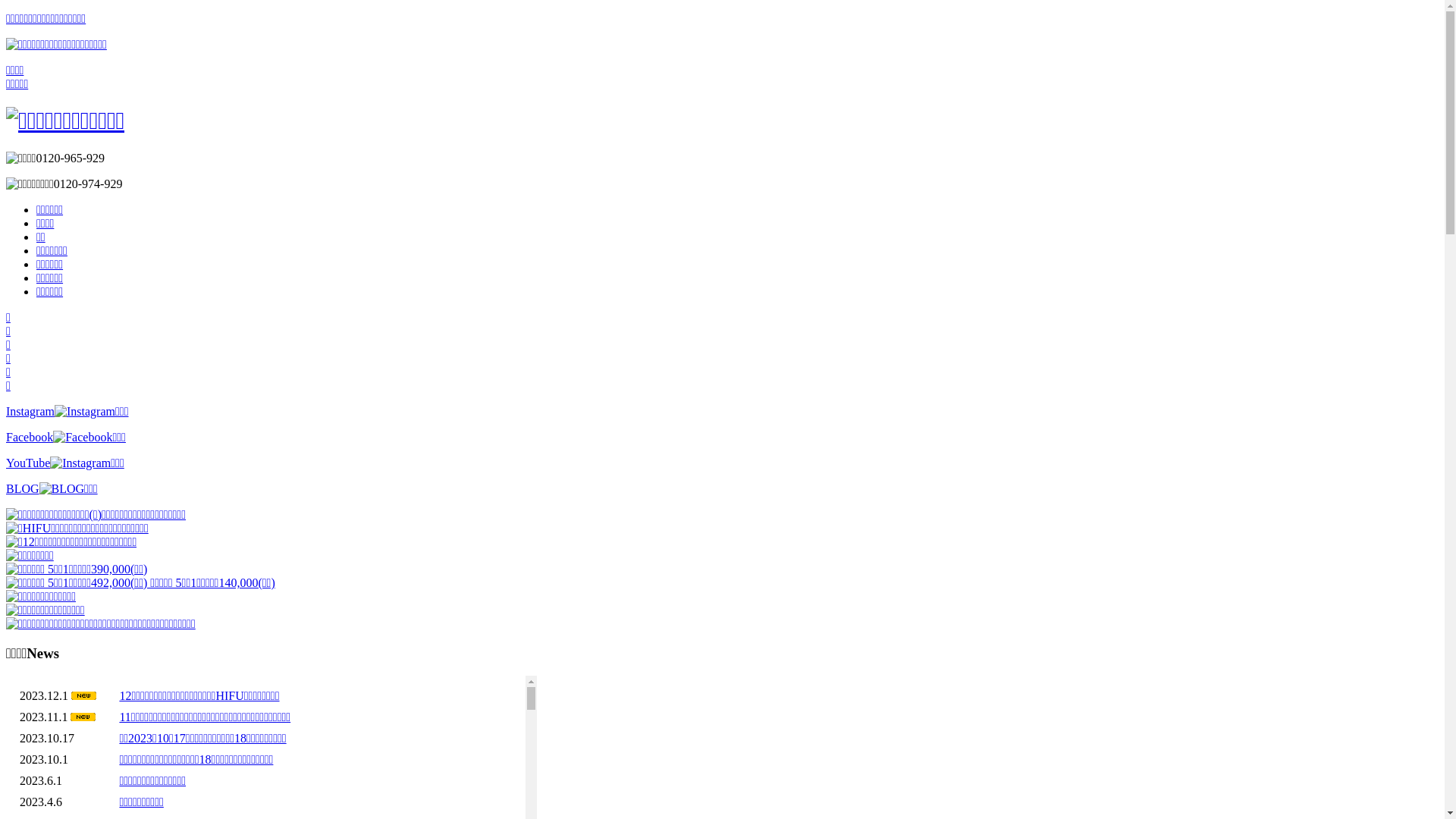 Image resolution: width=1456 pixels, height=819 pixels. Describe the element at coordinates (64, 462) in the screenshot. I see `'YouTube'` at that location.